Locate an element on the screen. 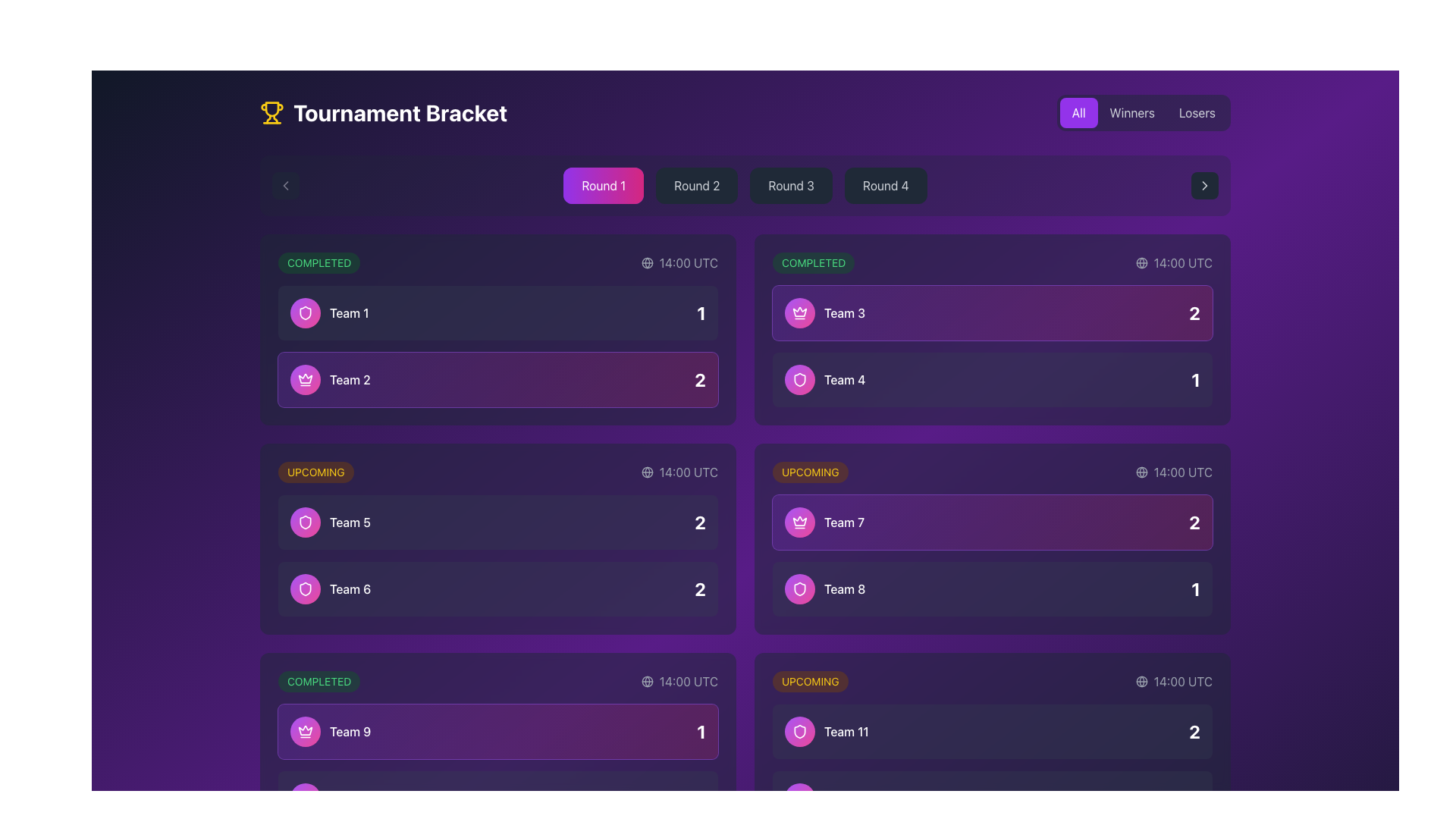  the 'Losers' filter button located in the top-right corner of the interface to adjust the displayed content to show the 'Losers' category is located at coordinates (1197, 112).